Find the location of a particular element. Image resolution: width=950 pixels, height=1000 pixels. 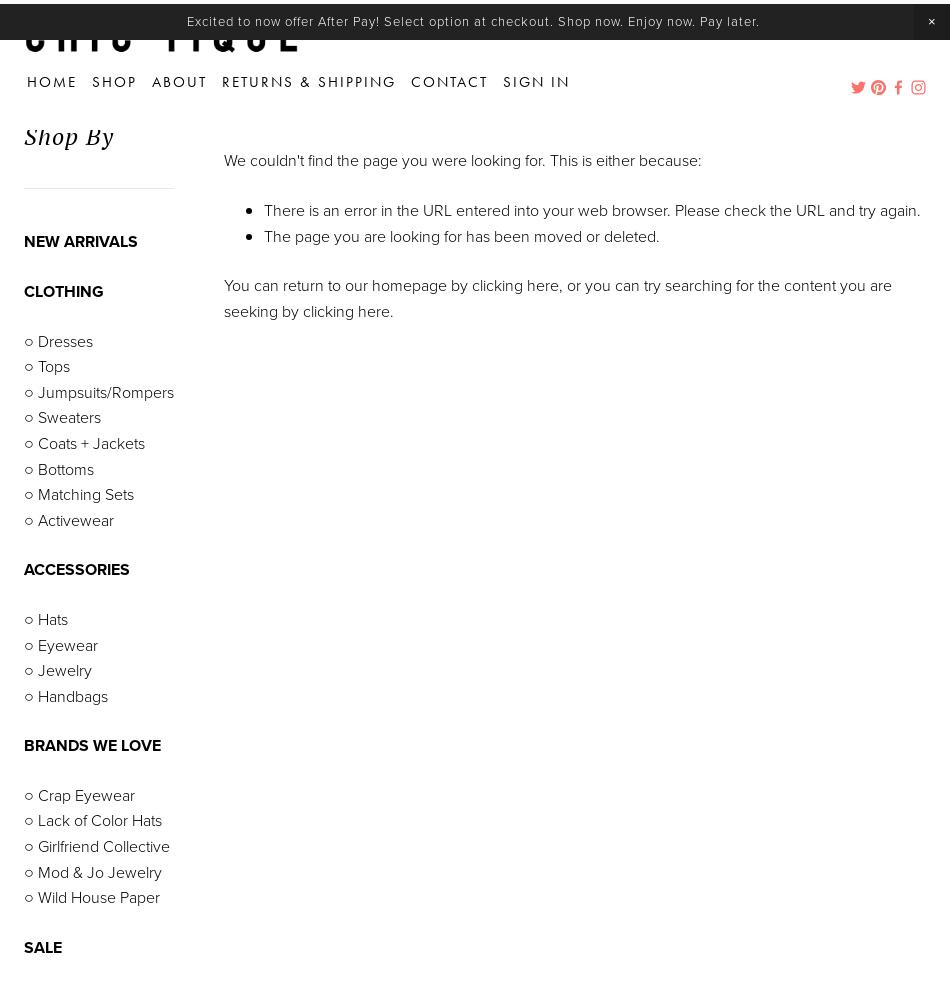

'○ Lack' is located at coordinates (24, 807).